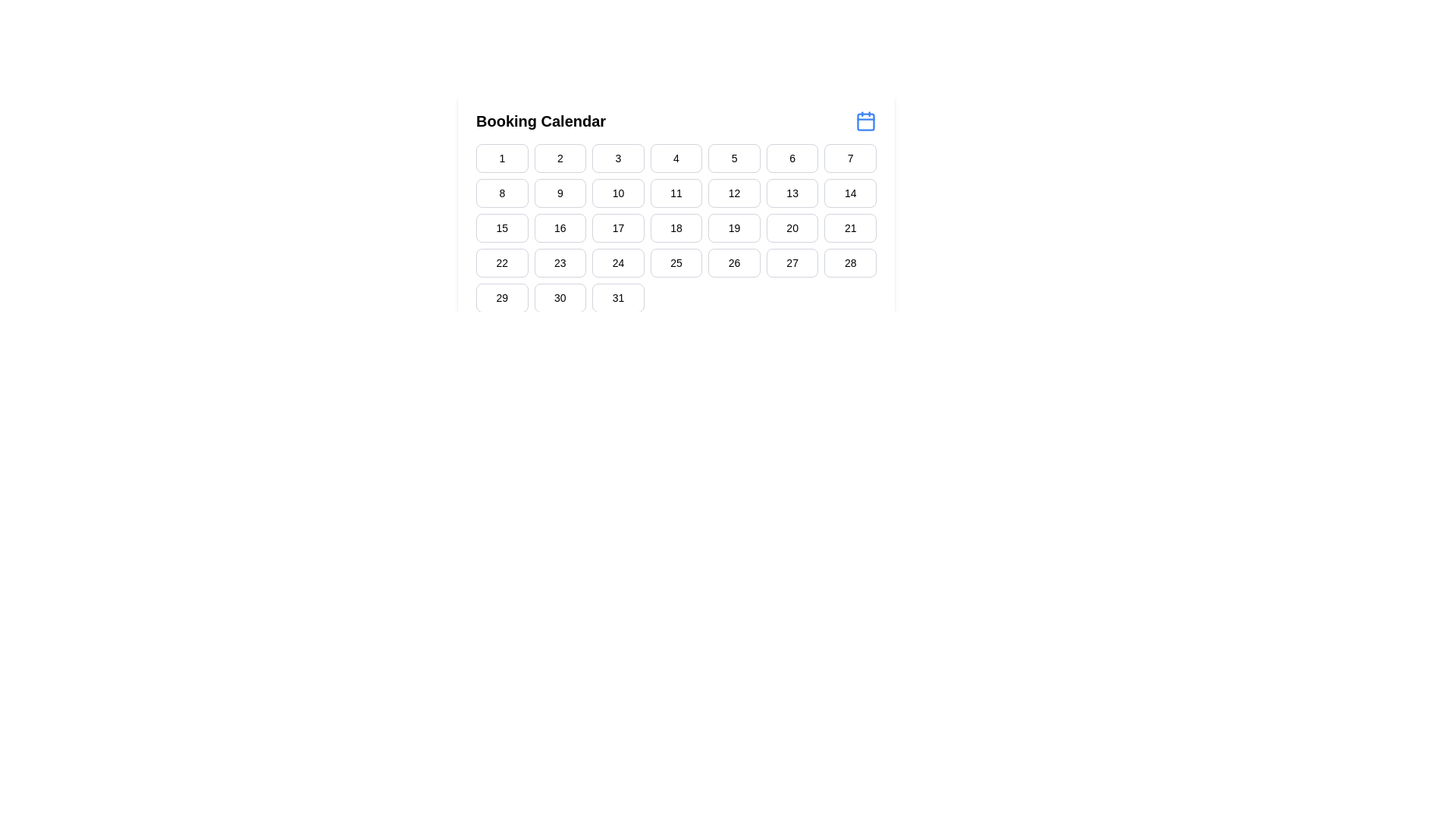  Describe the element at coordinates (792, 262) in the screenshot. I see `the button representing the 27th day in the calendar interface` at that location.